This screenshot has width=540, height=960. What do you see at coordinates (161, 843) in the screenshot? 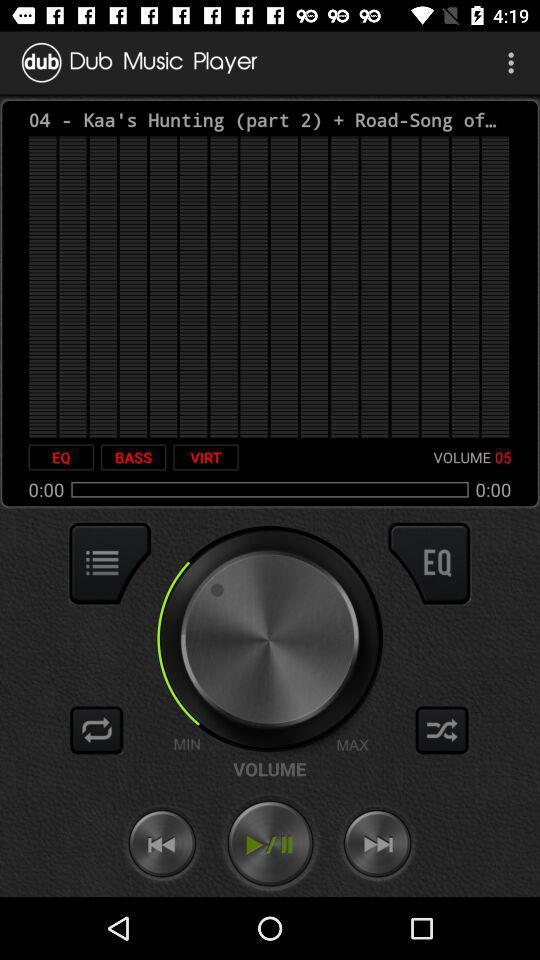
I see `move back` at bounding box center [161, 843].